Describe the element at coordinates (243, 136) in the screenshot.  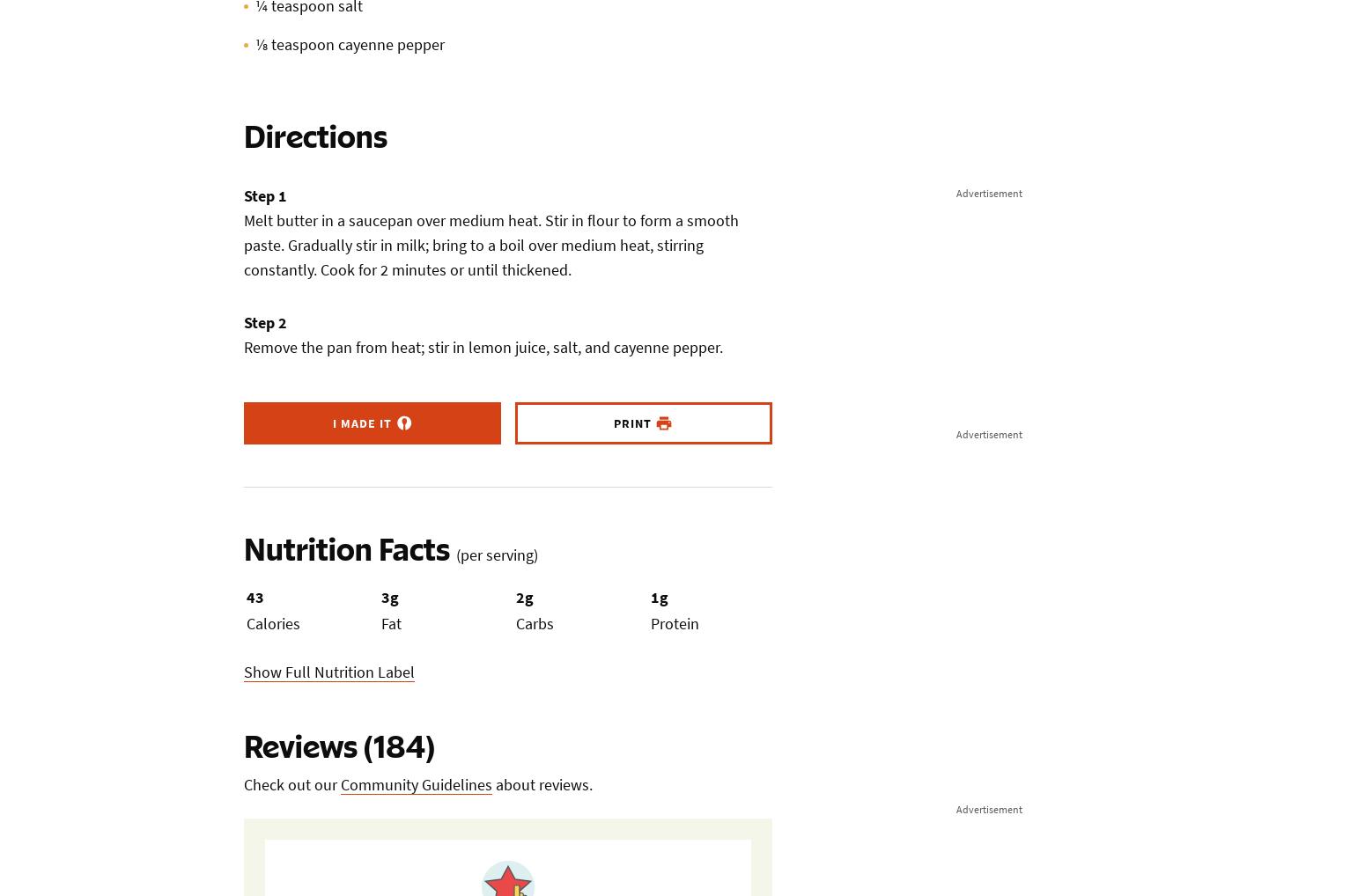
I see `'Directions'` at that location.